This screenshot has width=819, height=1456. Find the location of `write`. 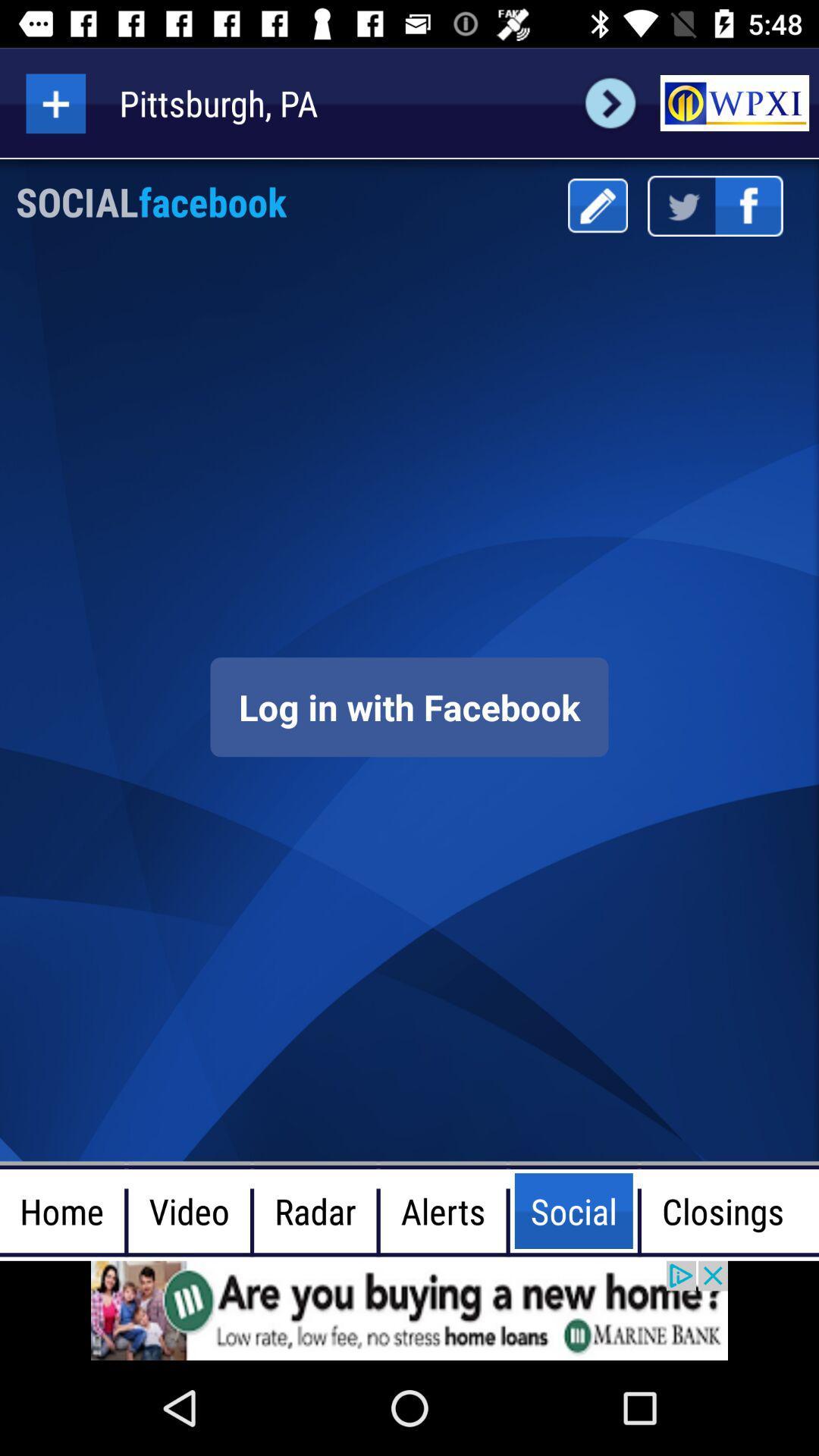

write is located at coordinates (597, 205).